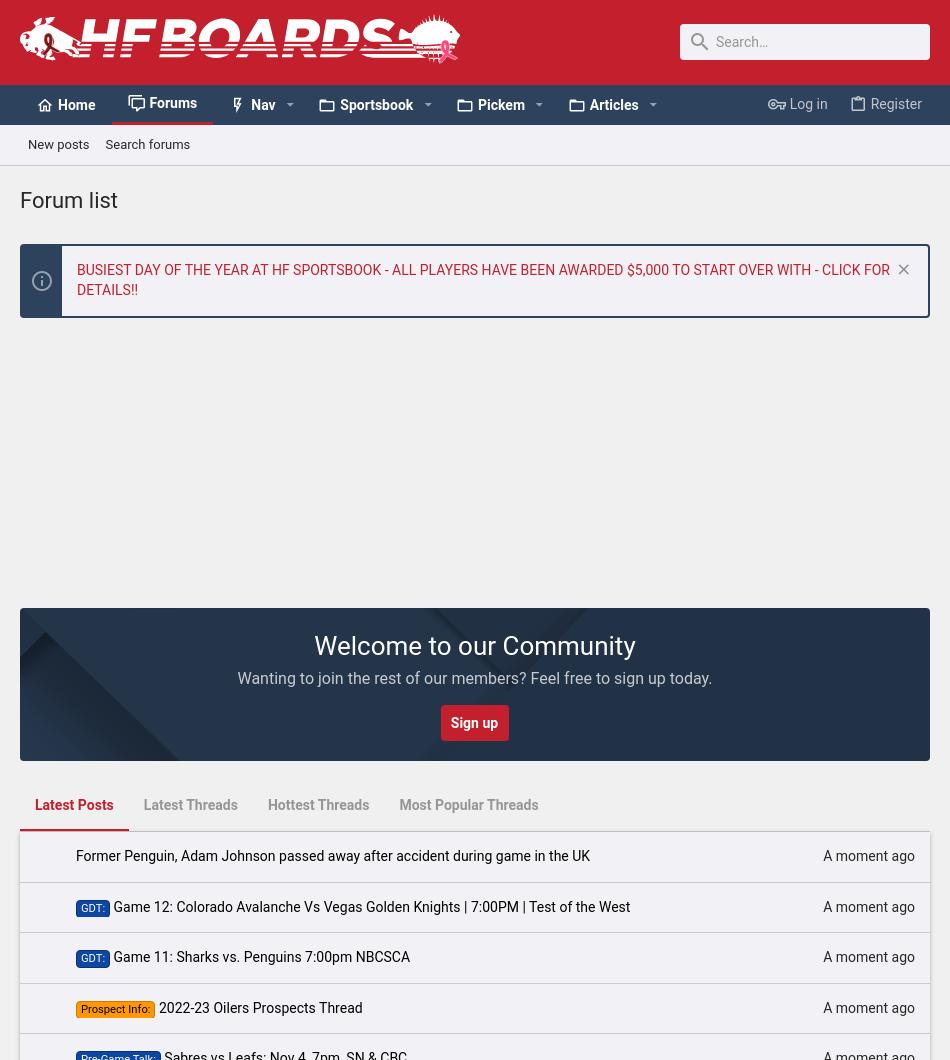 This screenshot has height=1060, width=950. What do you see at coordinates (190, 804) in the screenshot?
I see `'Latest Threads'` at bounding box center [190, 804].